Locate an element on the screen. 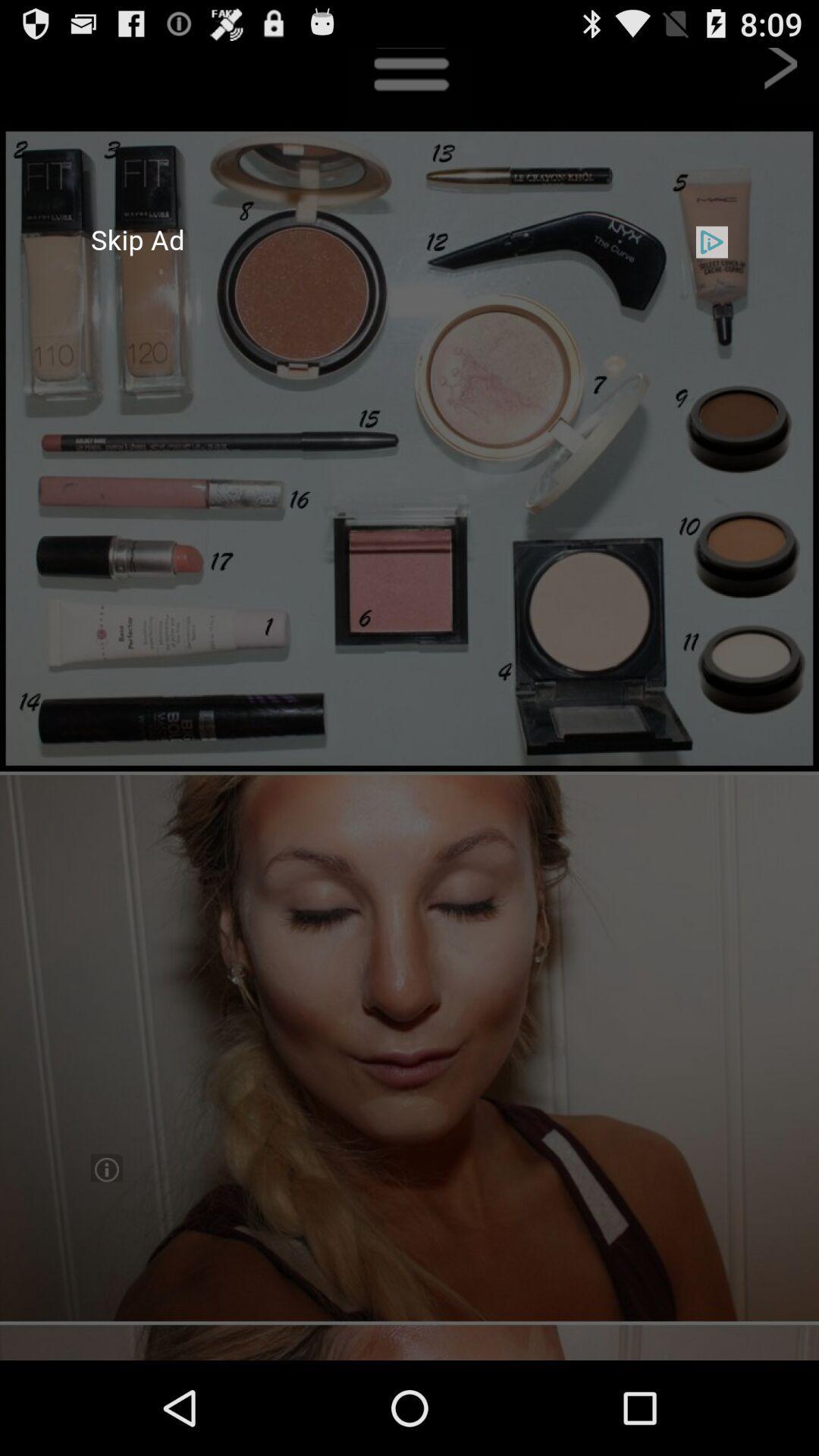 This screenshot has width=819, height=1456. advertisement is located at coordinates (409, 703).